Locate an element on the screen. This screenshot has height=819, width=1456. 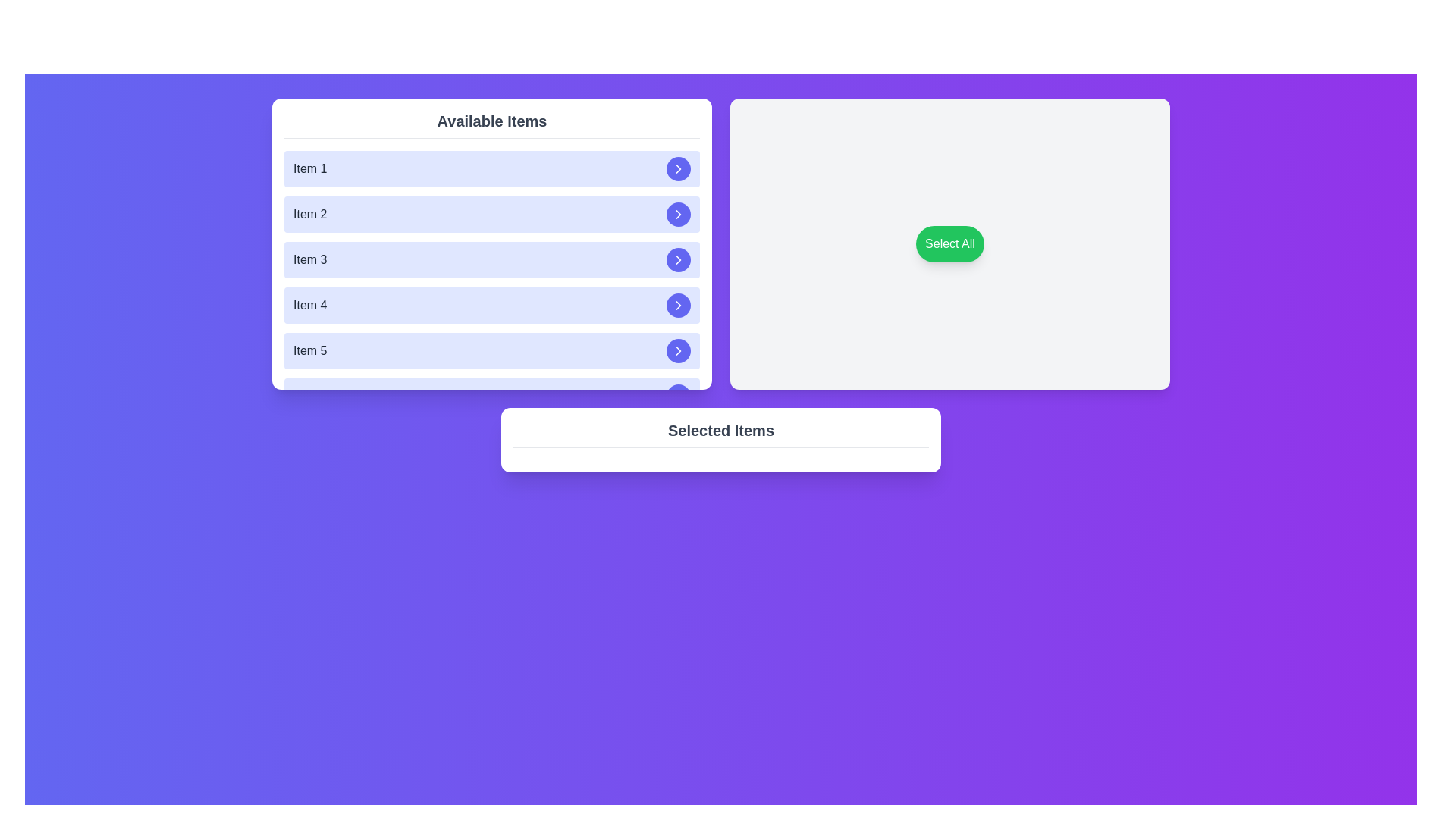
the Chevron Right icon associated with the fifth item in the 'Available Items' list to initiate a navigational action is located at coordinates (677, 350).